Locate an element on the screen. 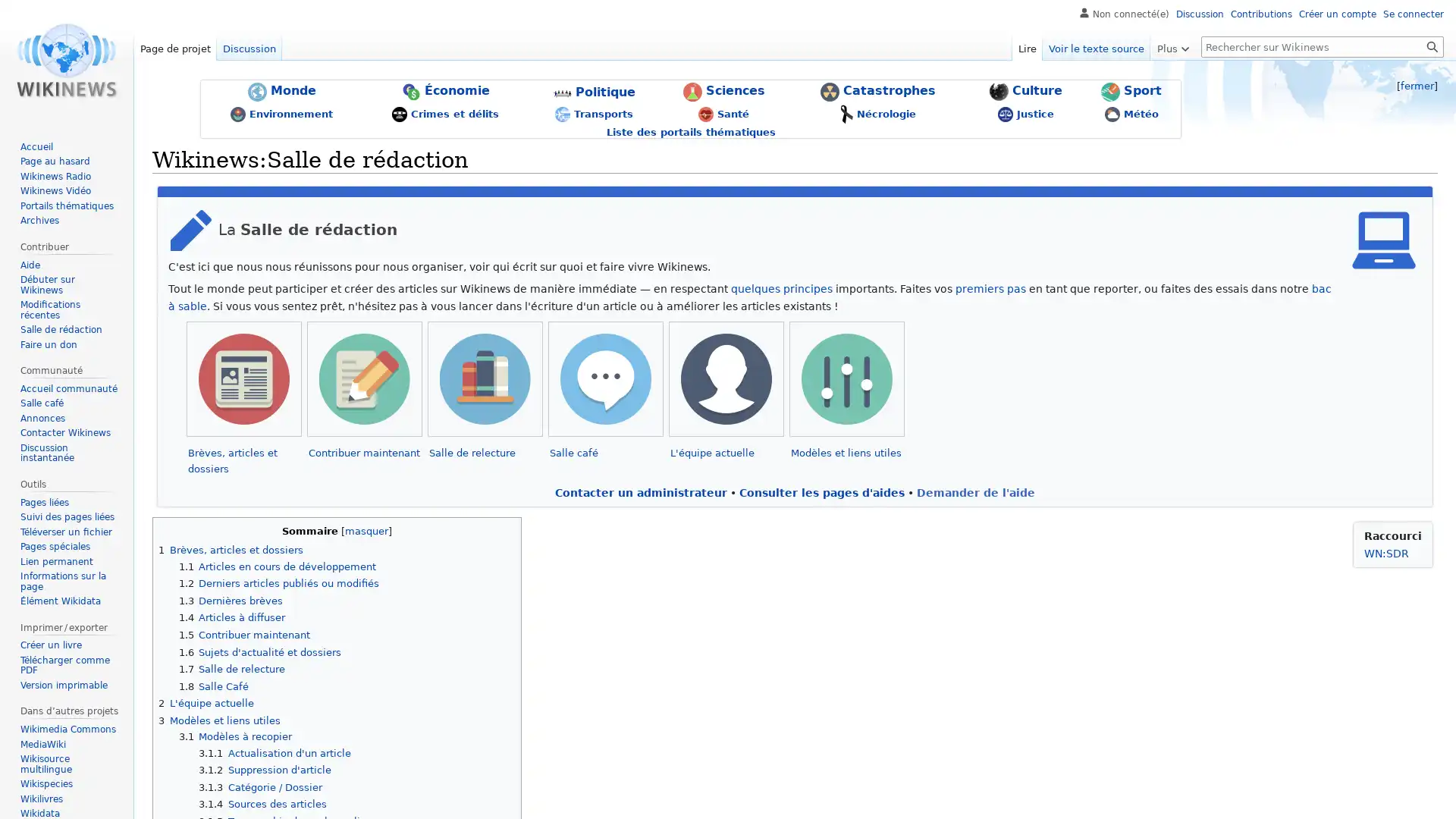 The height and width of the screenshot is (819, 1456). fermer is located at coordinates (1416, 86).